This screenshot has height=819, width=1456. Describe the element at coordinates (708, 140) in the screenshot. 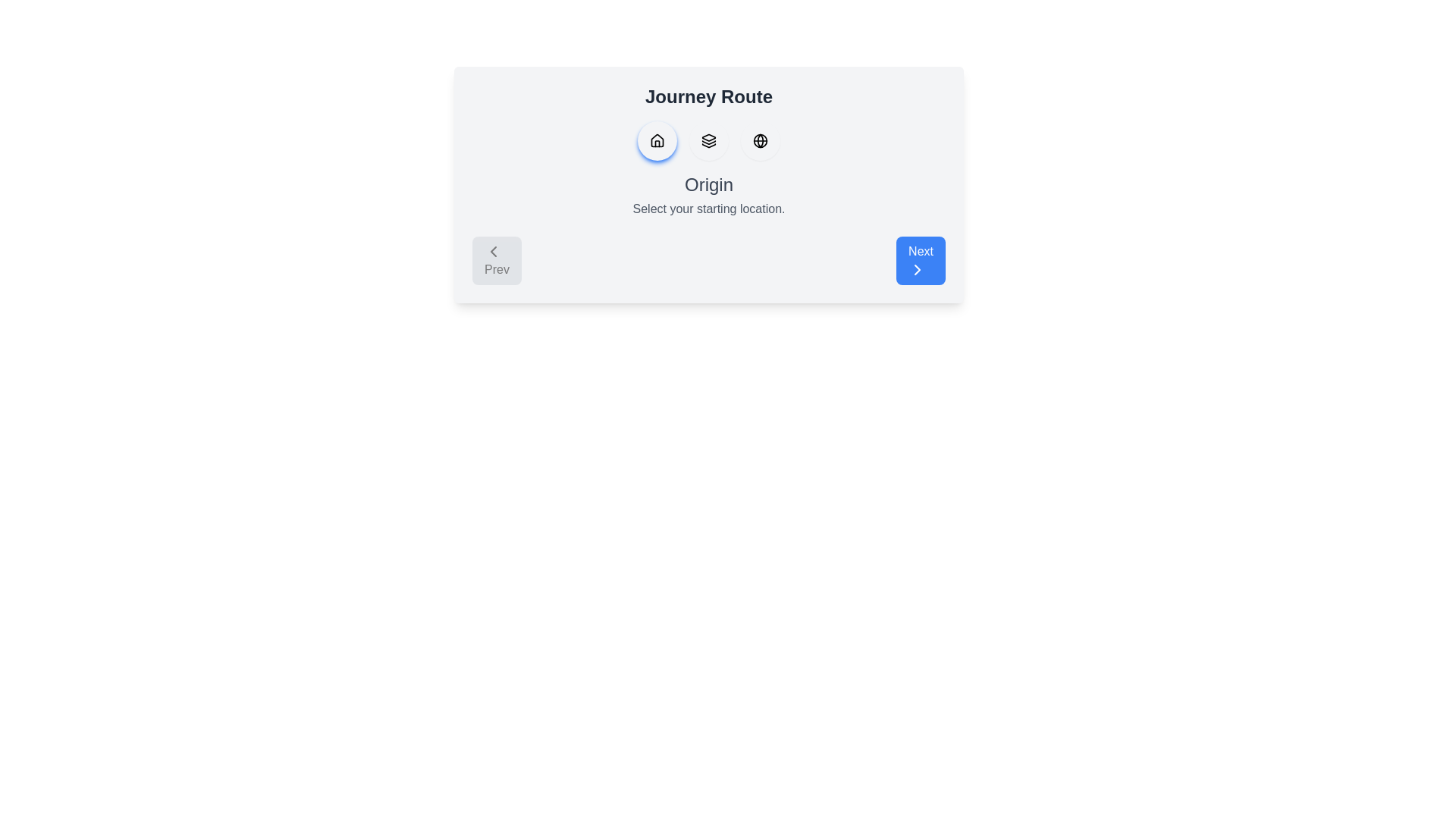

I see `the icon in the horizontal menu of the 'Journey Route' card` at that location.